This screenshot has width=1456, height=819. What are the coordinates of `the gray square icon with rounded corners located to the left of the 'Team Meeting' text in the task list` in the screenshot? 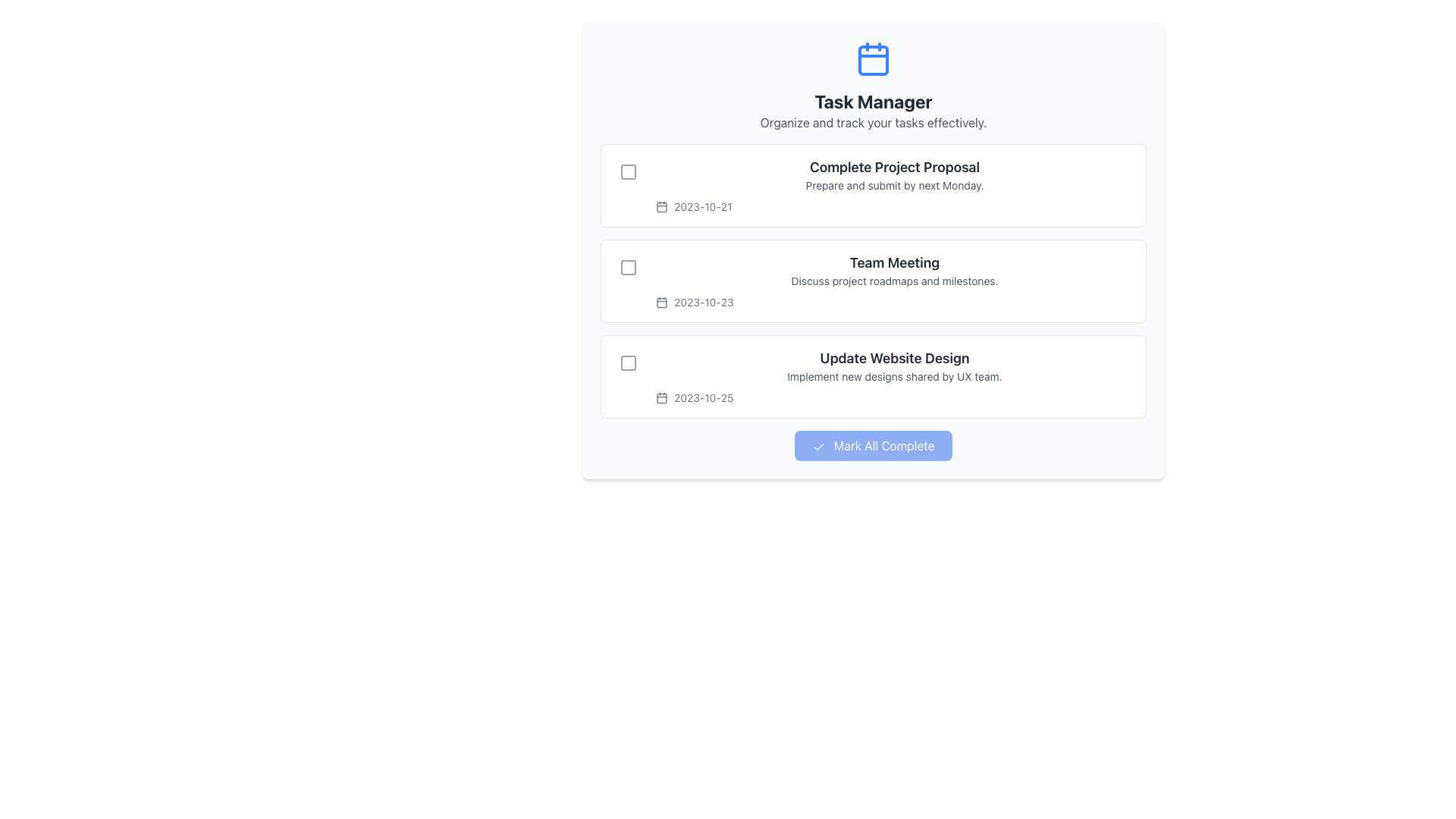 It's located at (629, 267).